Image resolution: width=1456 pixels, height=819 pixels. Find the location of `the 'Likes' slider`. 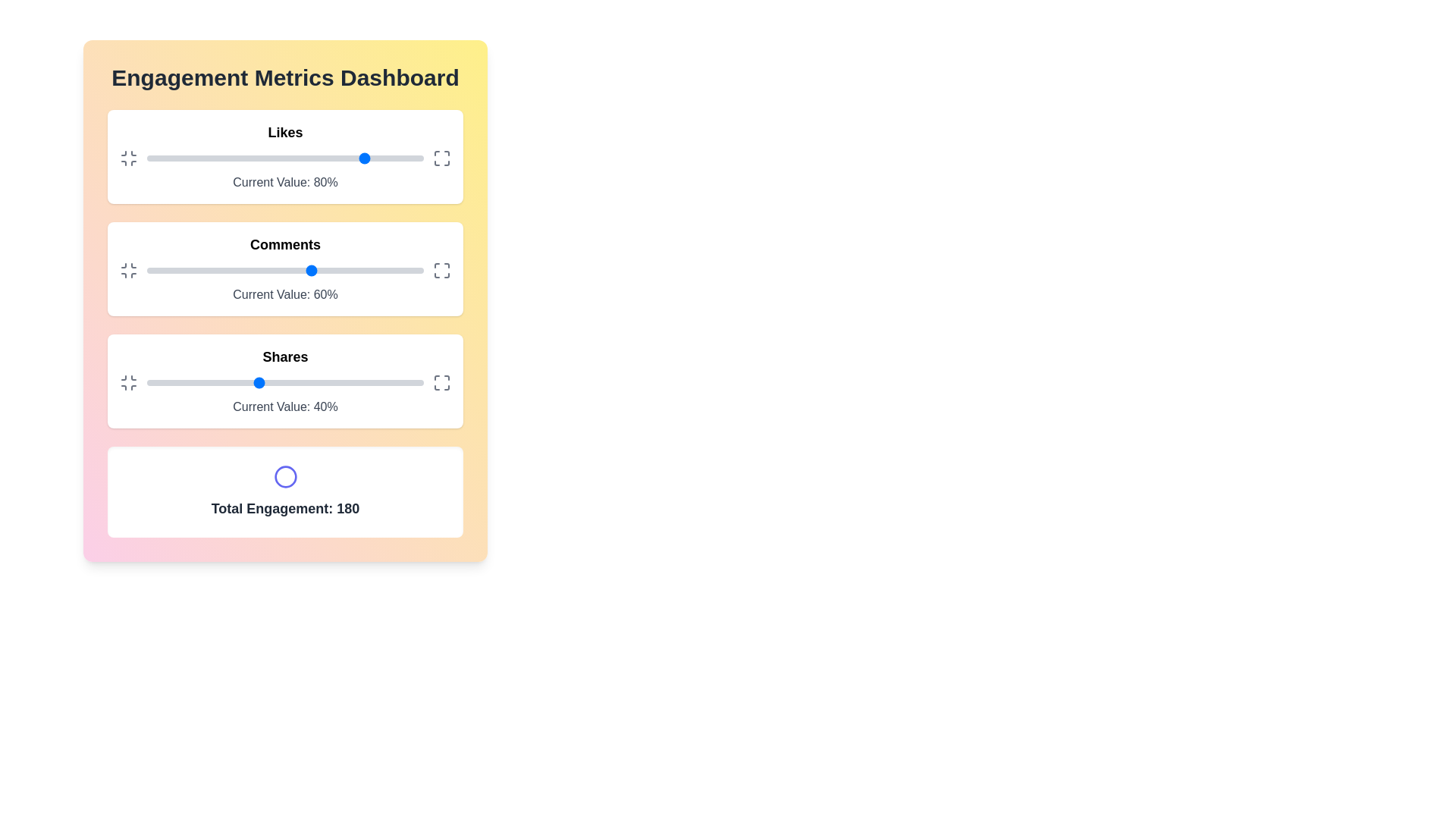

the 'Likes' slider is located at coordinates (196, 158).